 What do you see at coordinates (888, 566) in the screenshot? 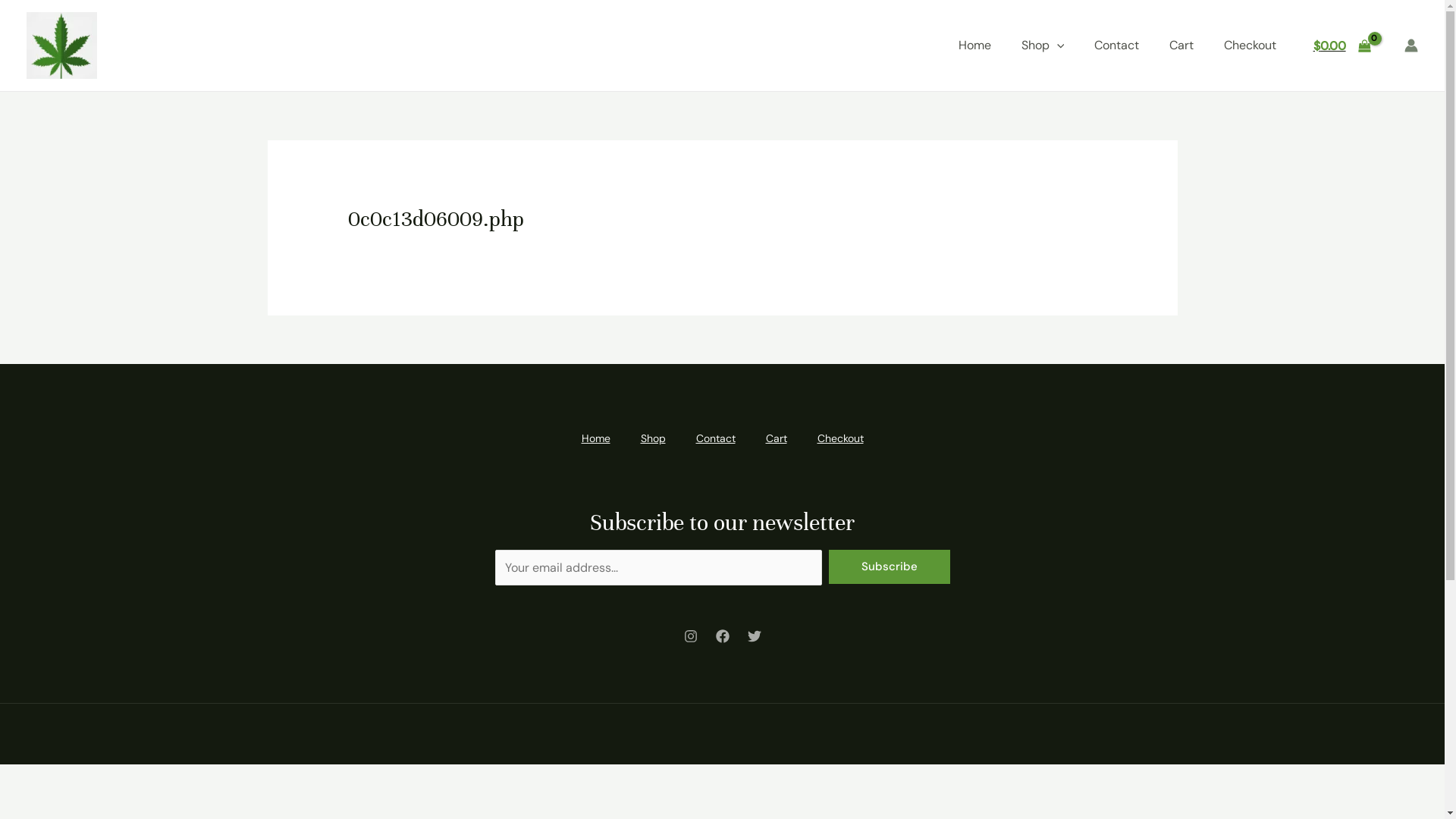
I see `'Subscribe'` at bounding box center [888, 566].